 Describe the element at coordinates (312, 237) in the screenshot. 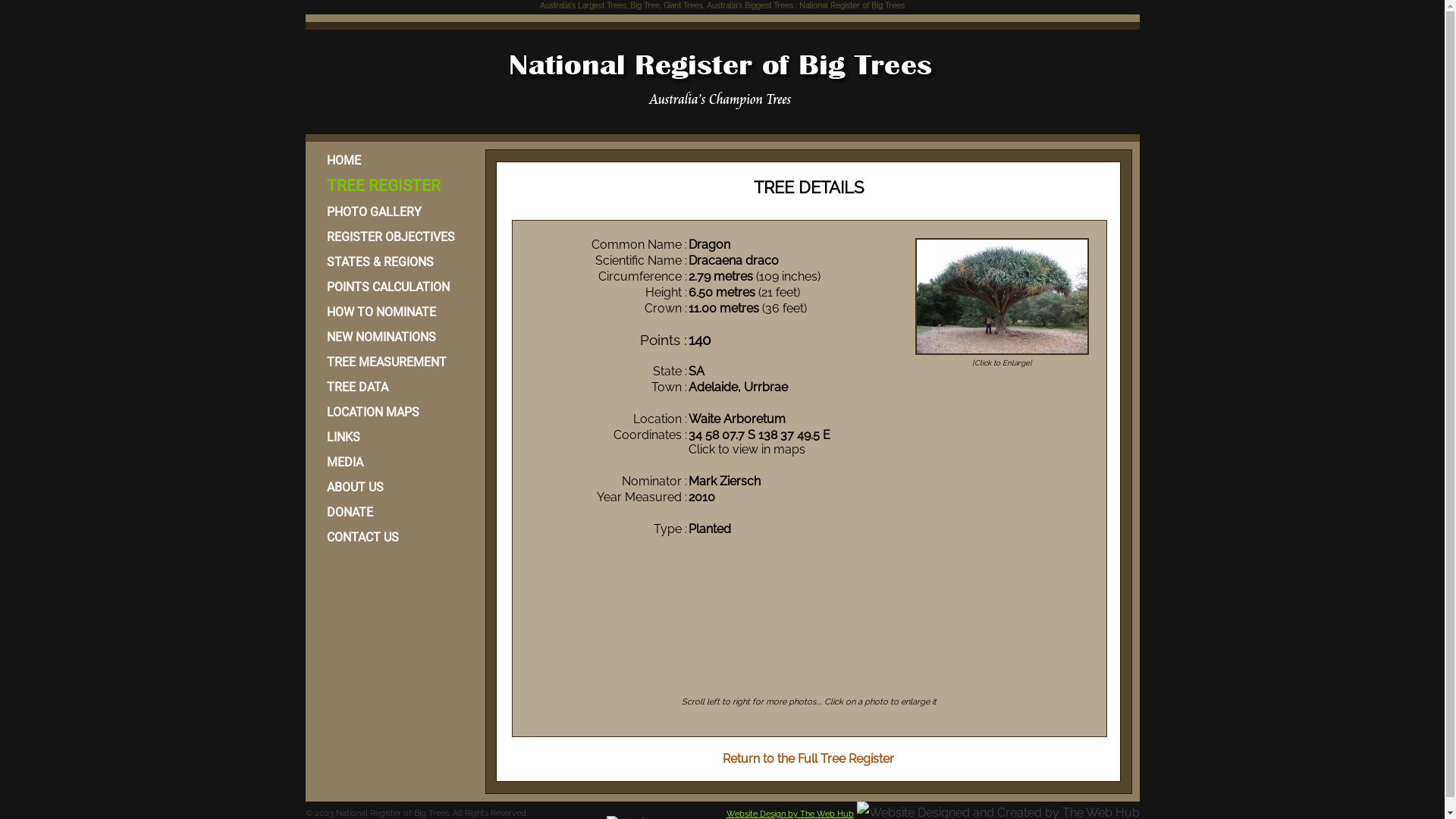

I see `'REGISTER OBJECTIVES'` at that location.